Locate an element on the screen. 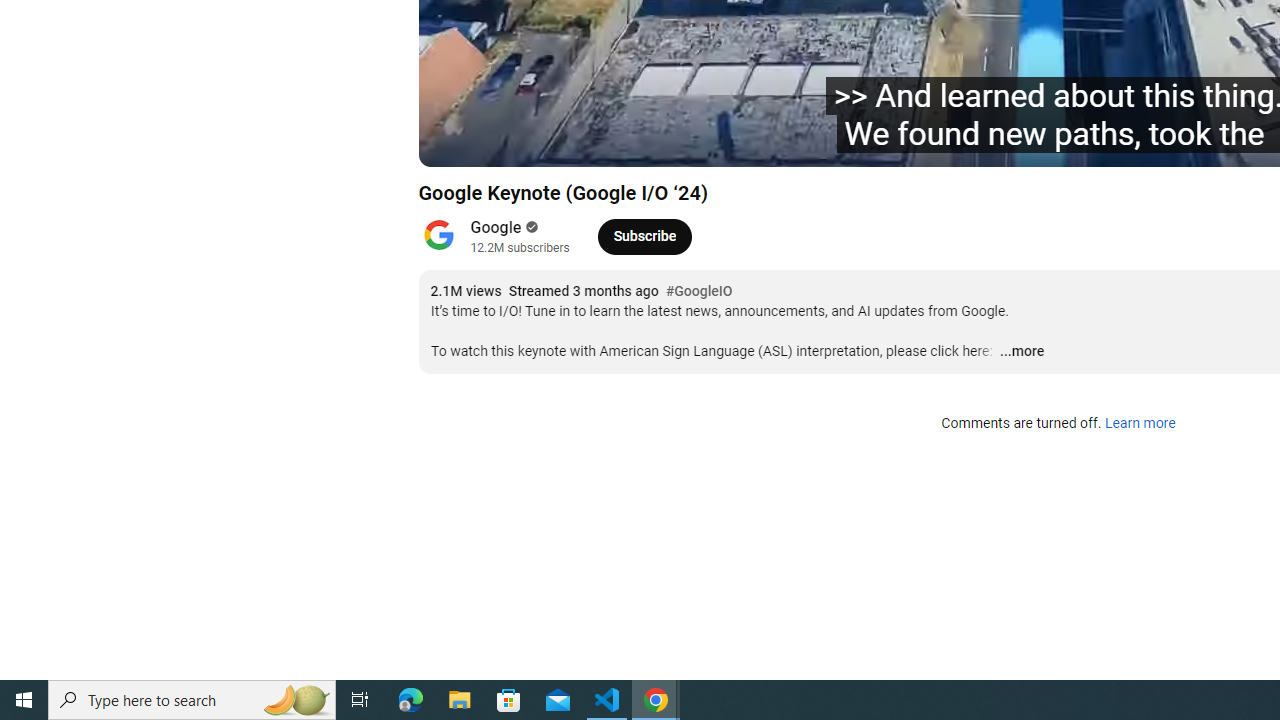 The width and height of the screenshot is (1280, 720). 'Next (SHIFT+n)' is located at coordinates (546, 141).